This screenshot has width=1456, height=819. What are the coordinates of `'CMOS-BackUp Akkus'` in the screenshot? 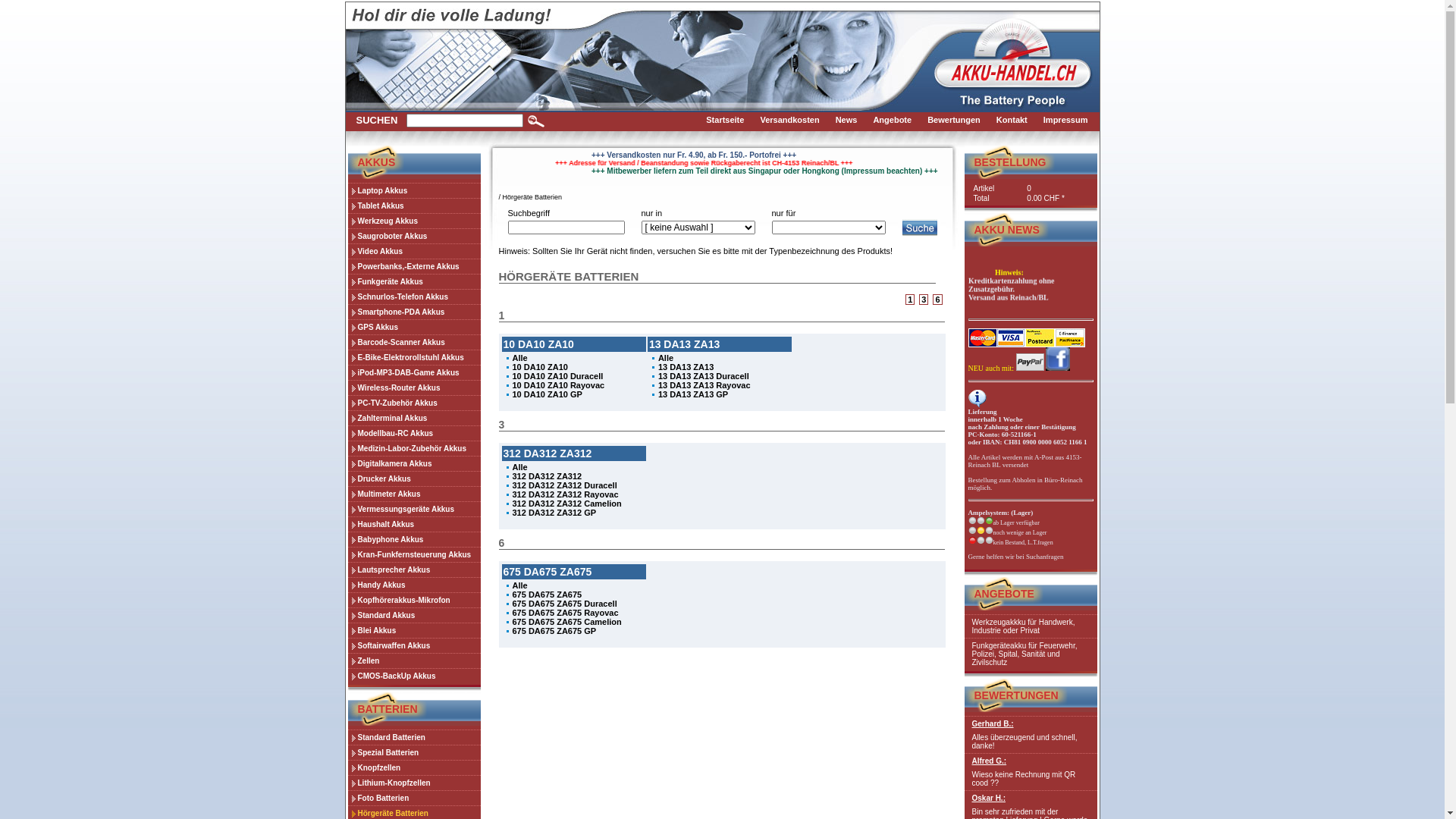 It's located at (413, 675).